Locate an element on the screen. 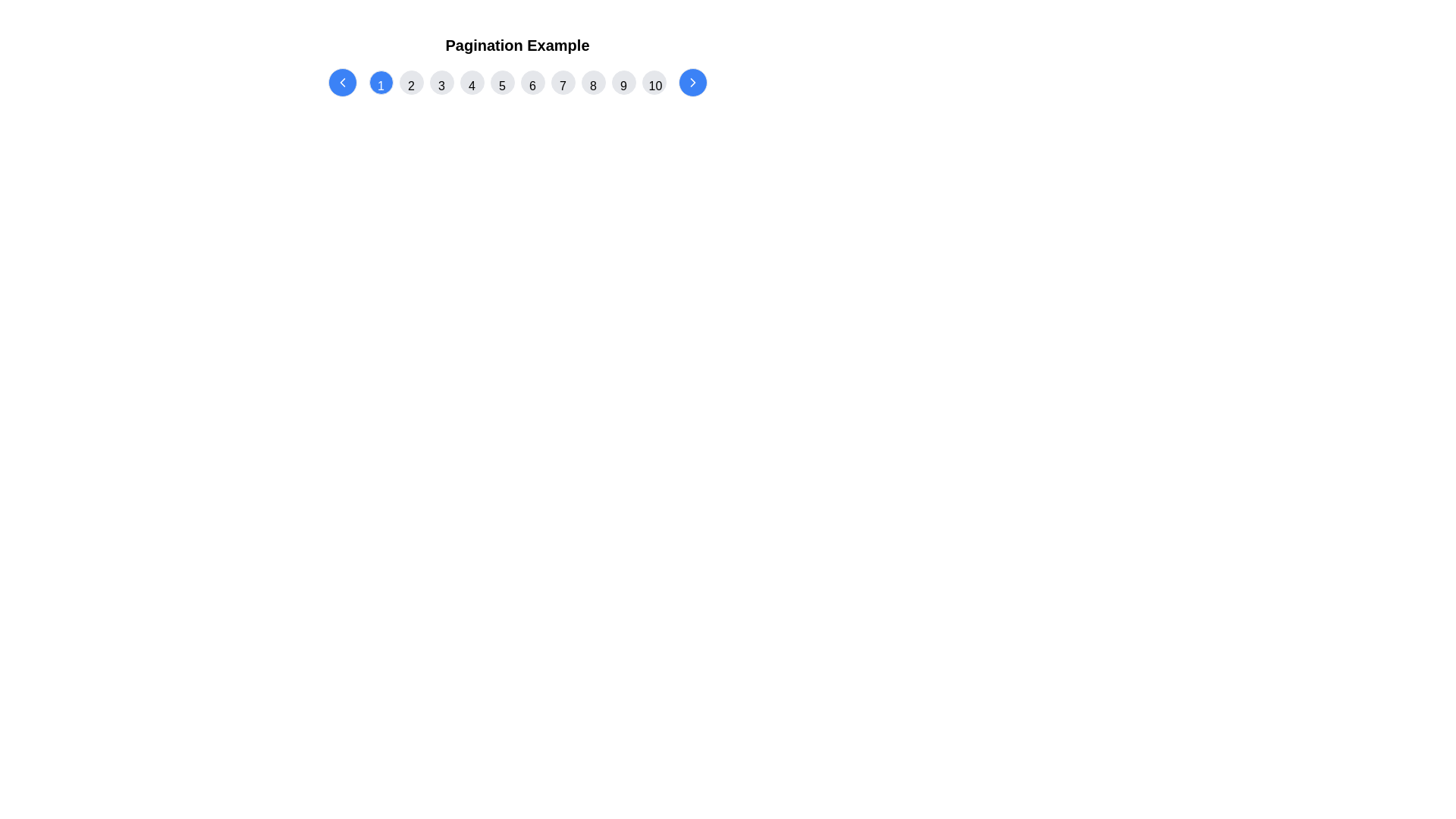 The image size is (1456, 819). the sixth button in the pagination control is located at coordinates (532, 82).